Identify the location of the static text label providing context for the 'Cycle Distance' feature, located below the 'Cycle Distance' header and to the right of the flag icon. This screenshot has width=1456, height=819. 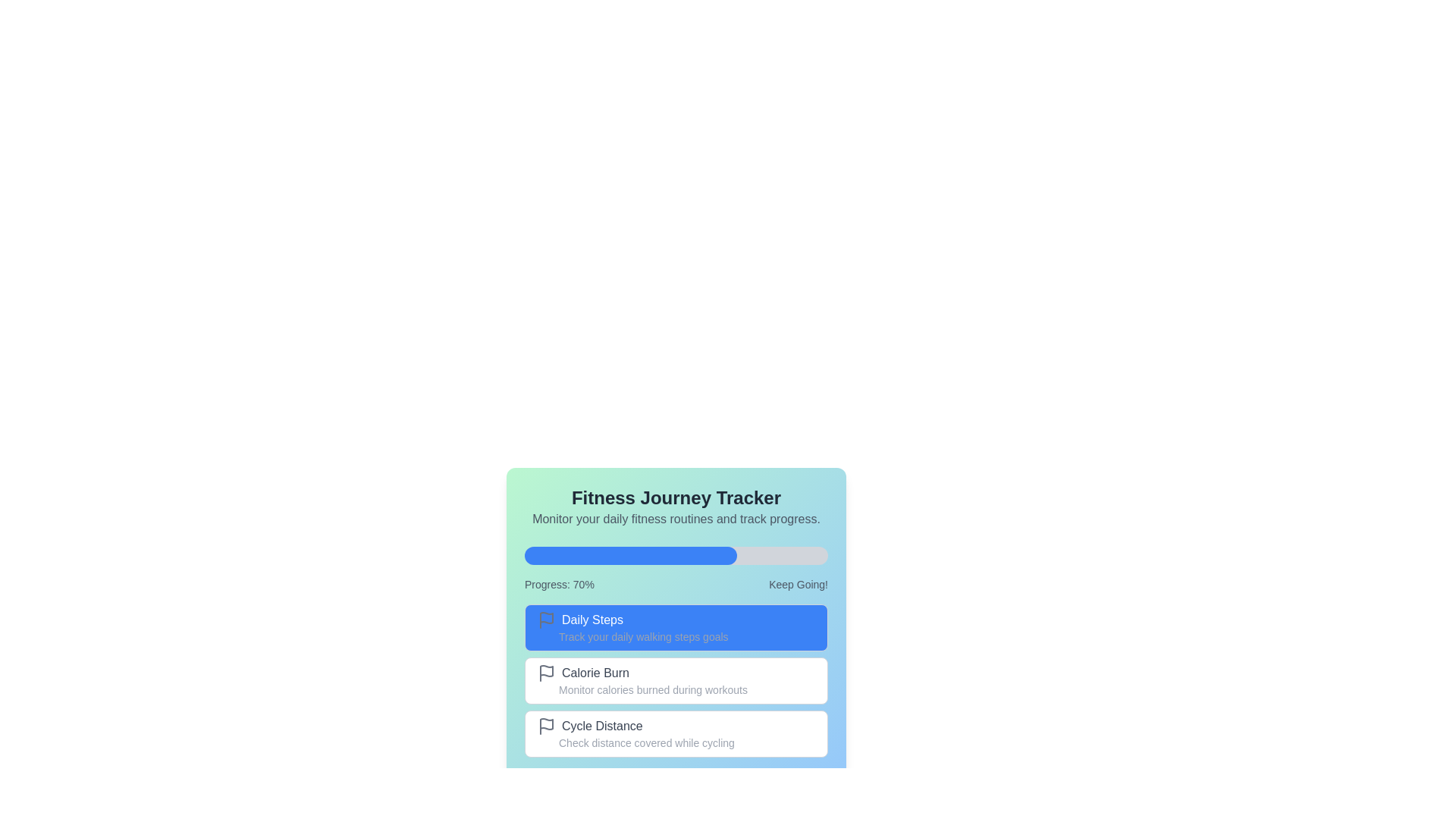
(686, 742).